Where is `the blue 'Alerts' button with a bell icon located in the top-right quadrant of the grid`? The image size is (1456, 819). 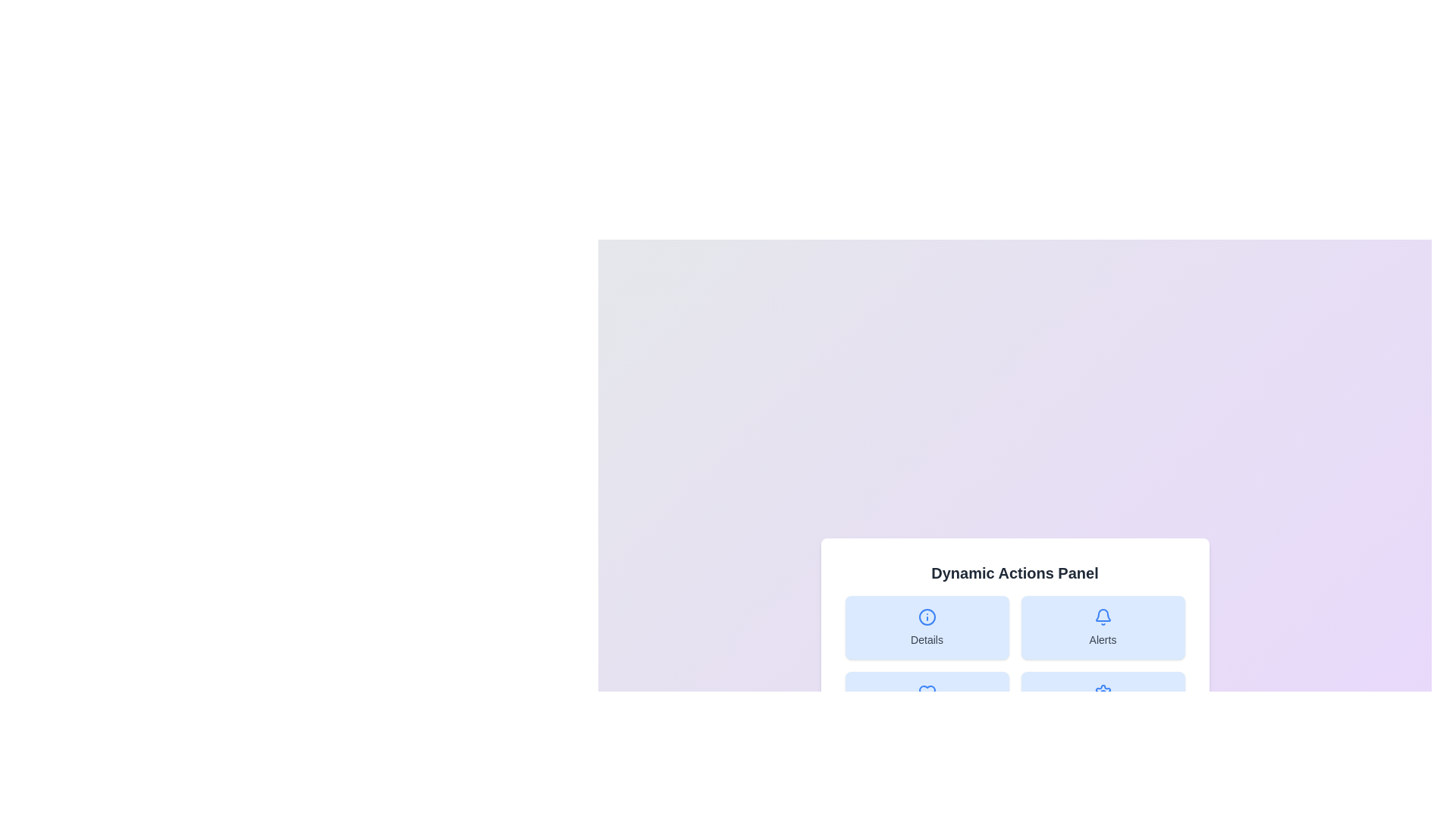 the blue 'Alerts' button with a bell icon located in the top-right quadrant of the grid is located at coordinates (1103, 628).